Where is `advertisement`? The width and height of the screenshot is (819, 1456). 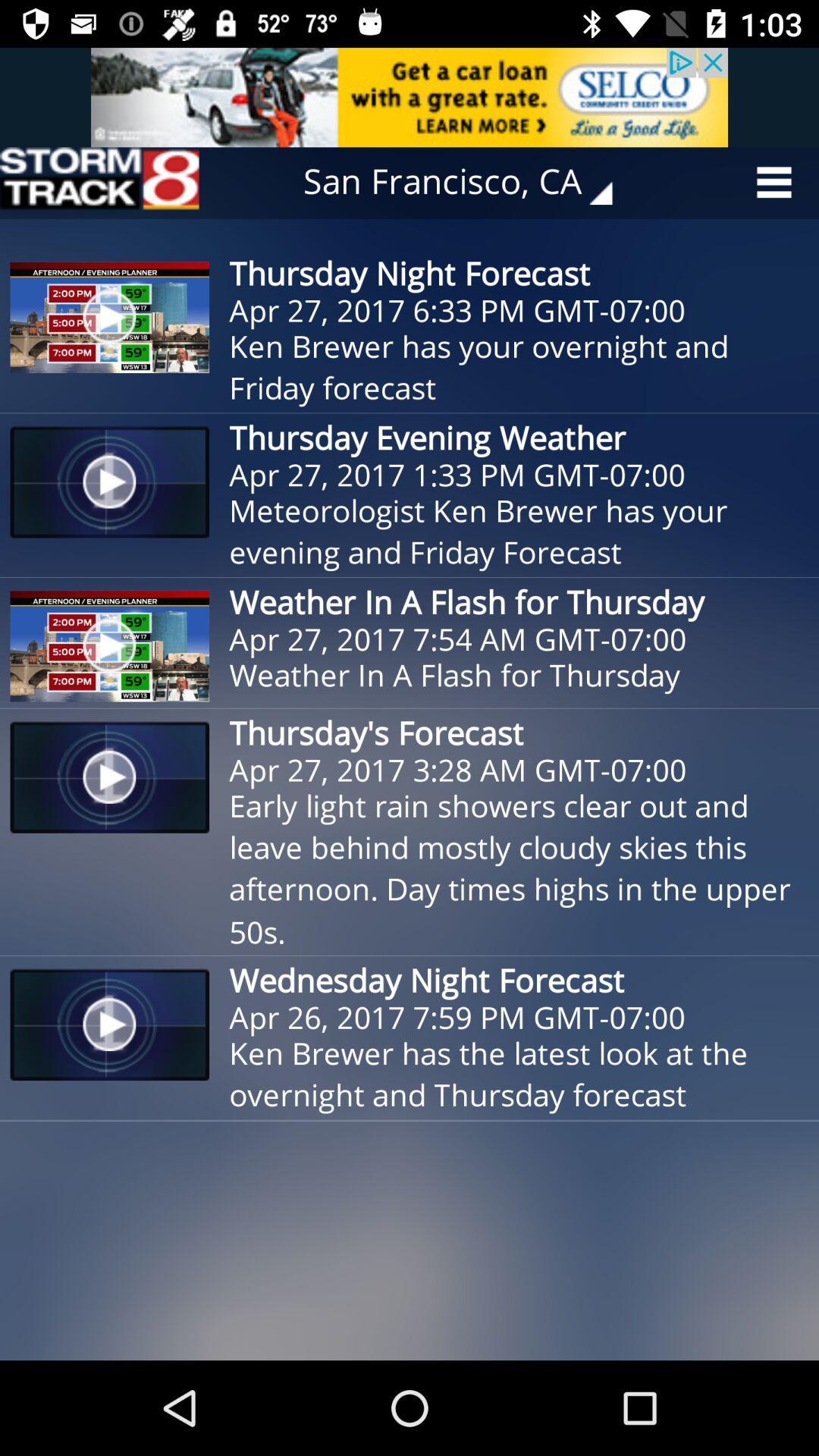 advertisement is located at coordinates (409, 96).